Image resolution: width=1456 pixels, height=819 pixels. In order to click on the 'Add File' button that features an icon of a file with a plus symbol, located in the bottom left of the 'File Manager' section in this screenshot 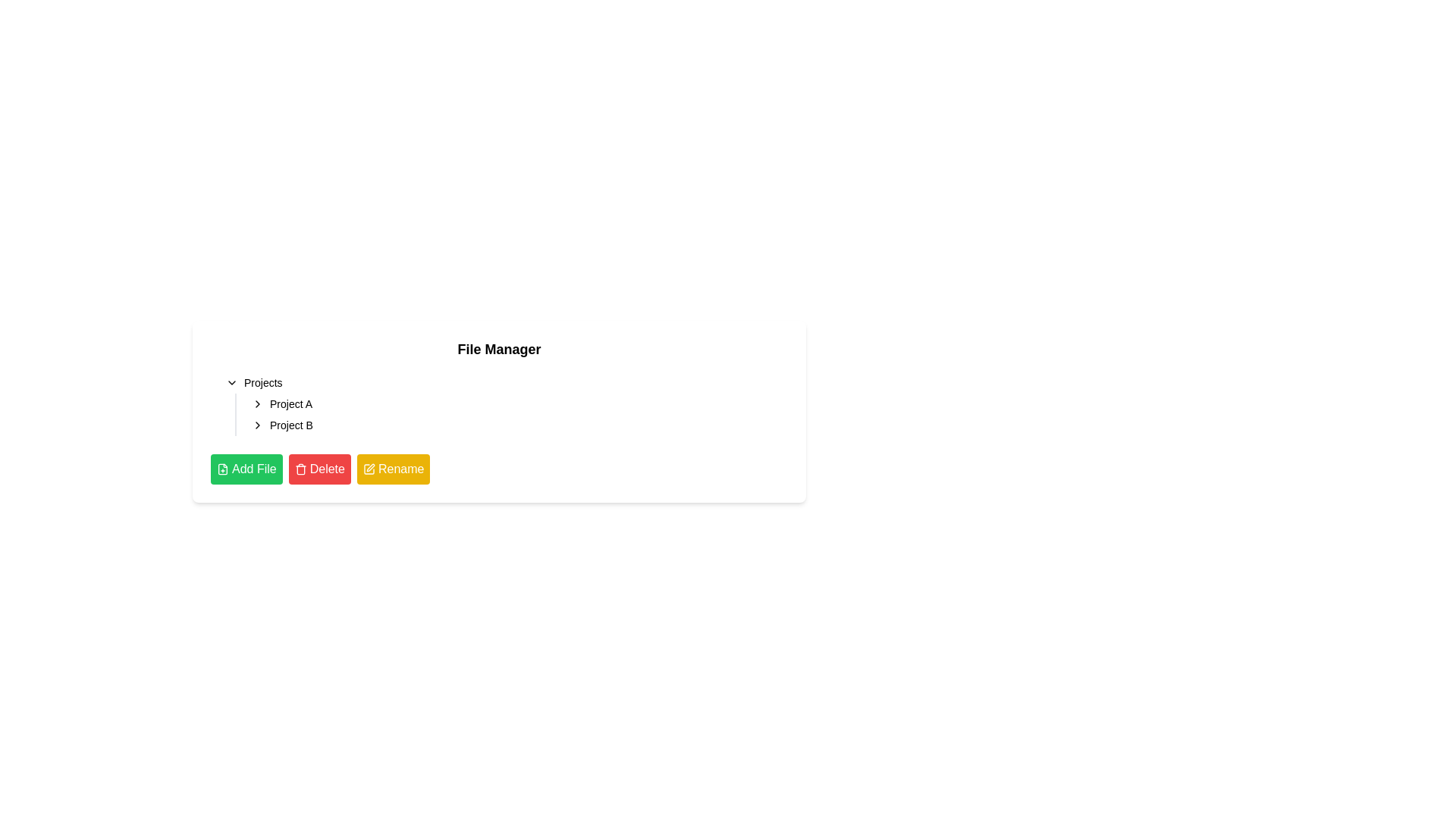, I will do `click(221, 468)`.